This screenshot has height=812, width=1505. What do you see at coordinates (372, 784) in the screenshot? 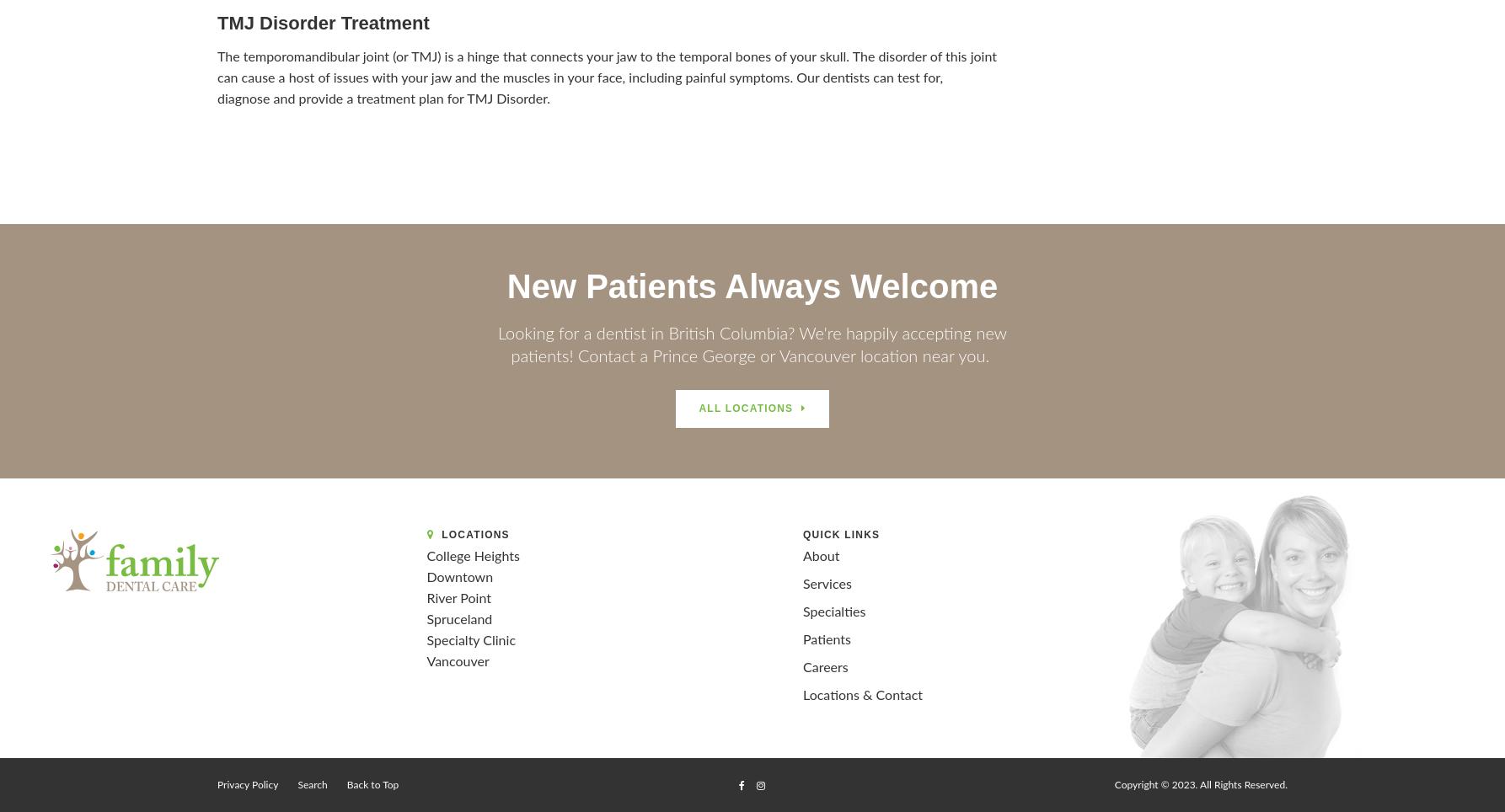
I see `'Back to Top'` at bounding box center [372, 784].